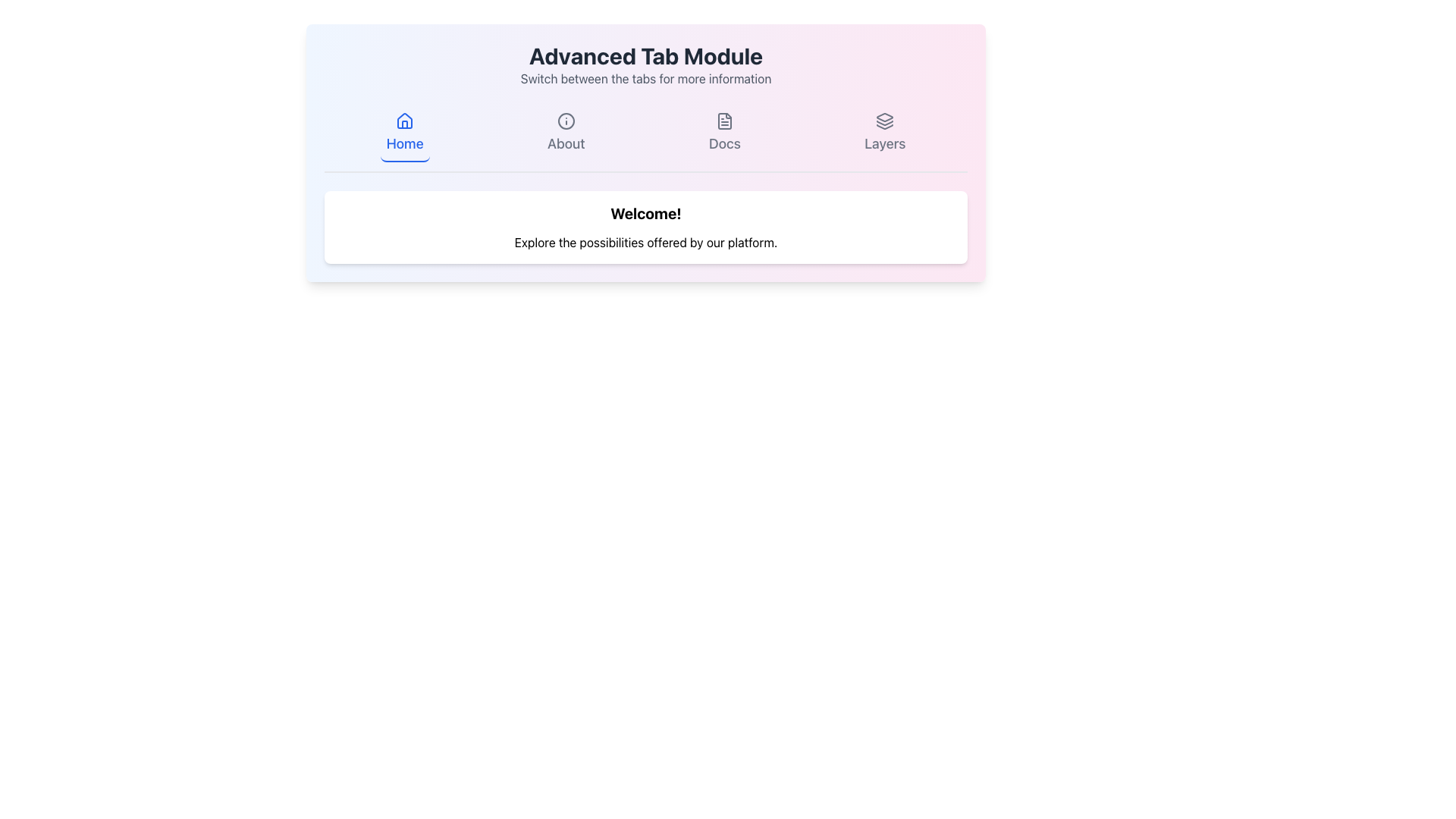 The height and width of the screenshot is (819, 1456). Describe the element at coordinates (405, 143) in the screenshot. I see `the 'Home' navigation button text element` at that location.